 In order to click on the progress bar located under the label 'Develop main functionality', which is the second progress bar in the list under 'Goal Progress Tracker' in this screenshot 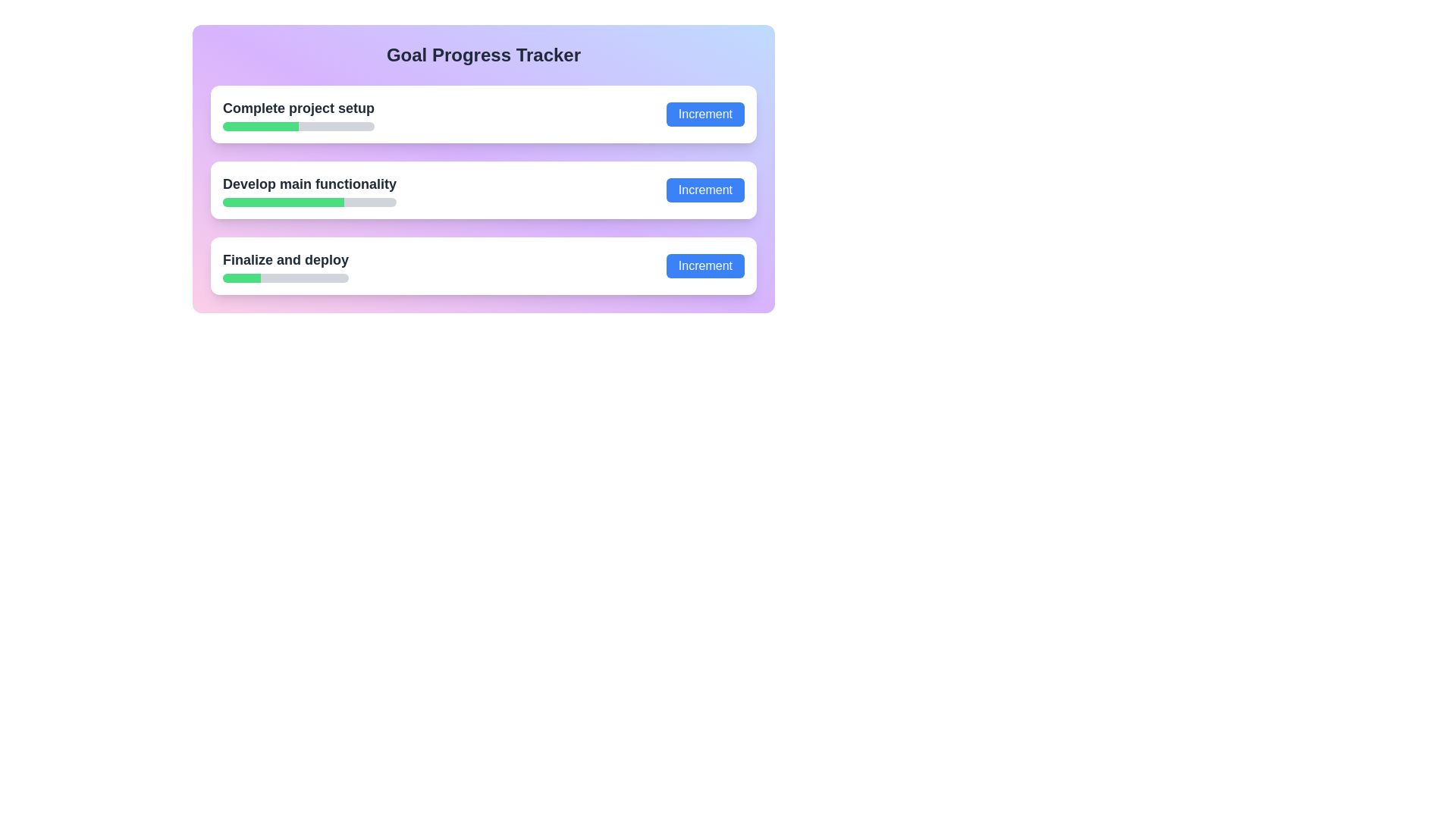, I will do `click(309, 201)`.